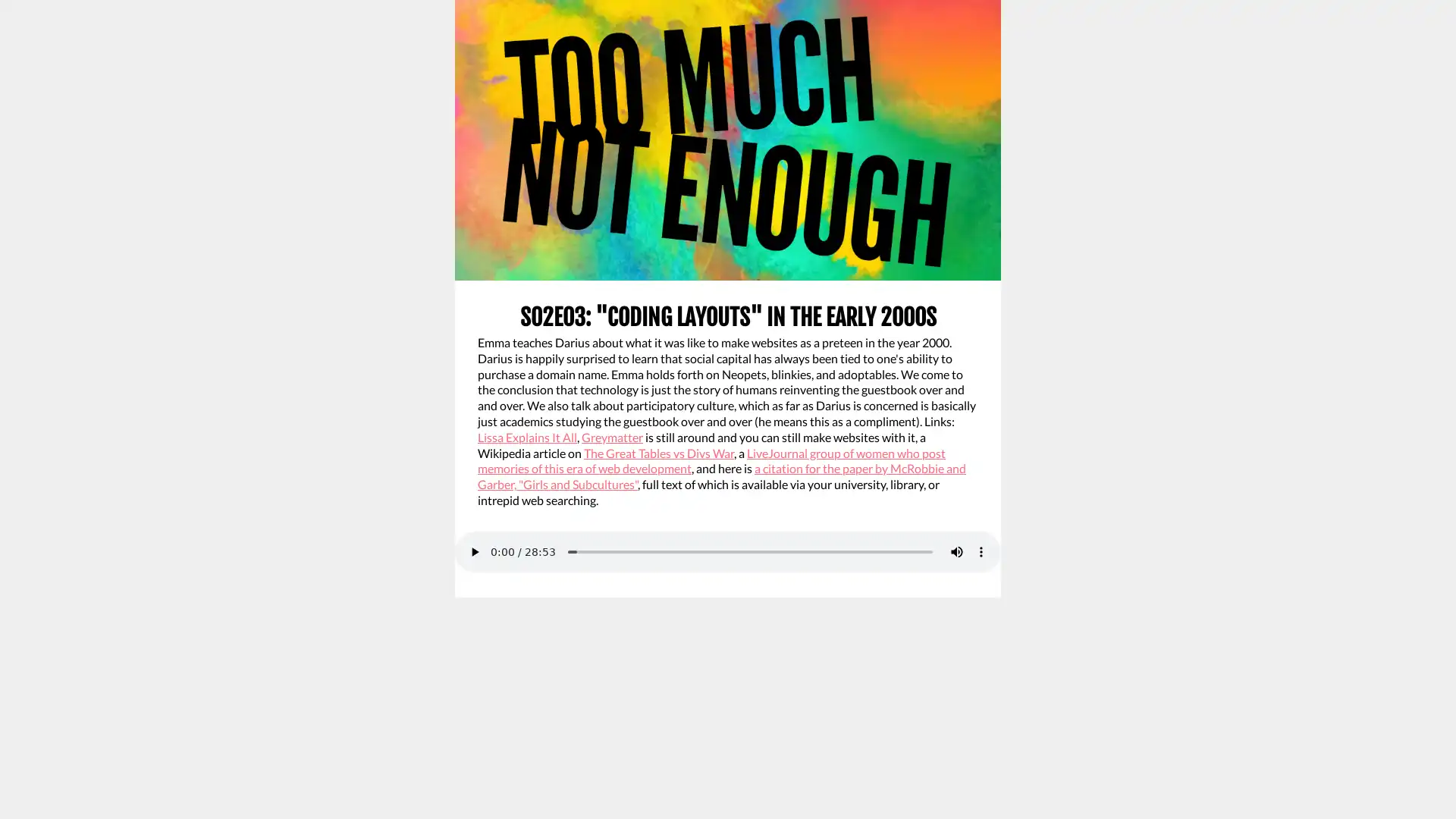 The width and height of the screenshot is (1456, 819). What do you see at coordinates (956, 551) in the screenshot?
I see `mute` at bounding box center [956, 551].